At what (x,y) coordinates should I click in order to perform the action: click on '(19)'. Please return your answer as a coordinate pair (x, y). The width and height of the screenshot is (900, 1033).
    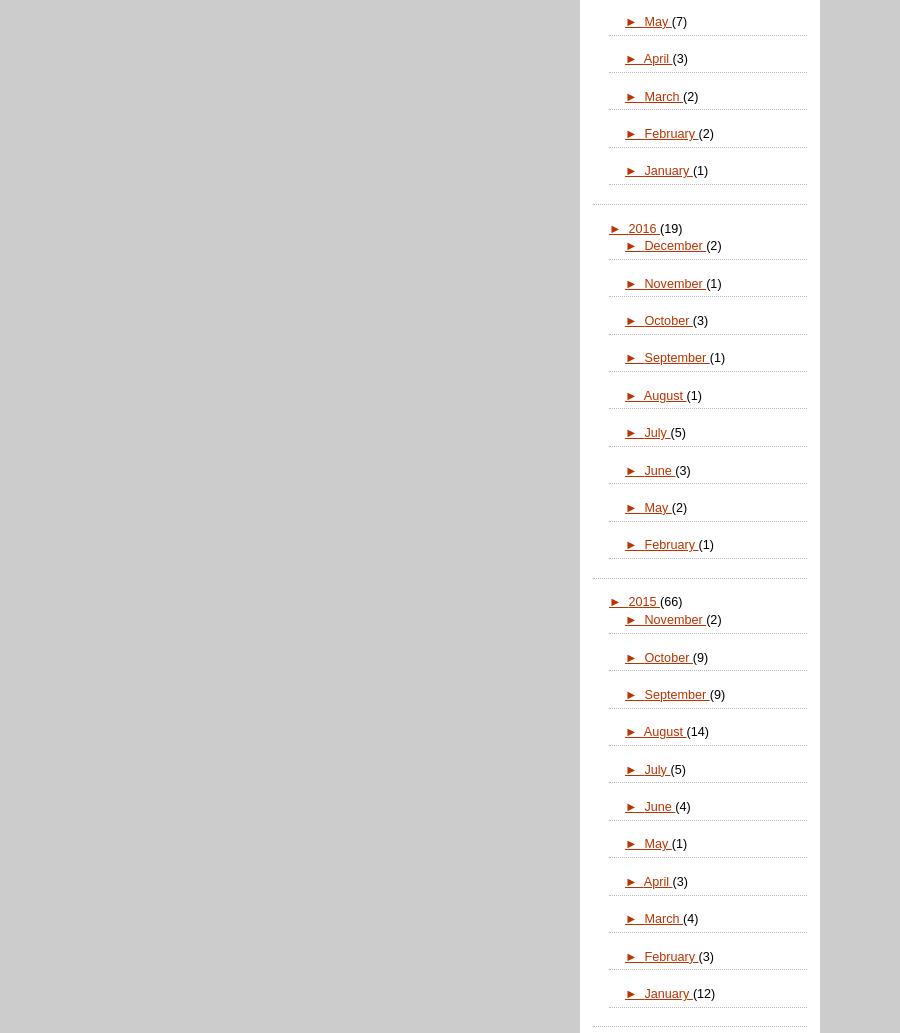
    Looking at the image, I should click on (671, 226).